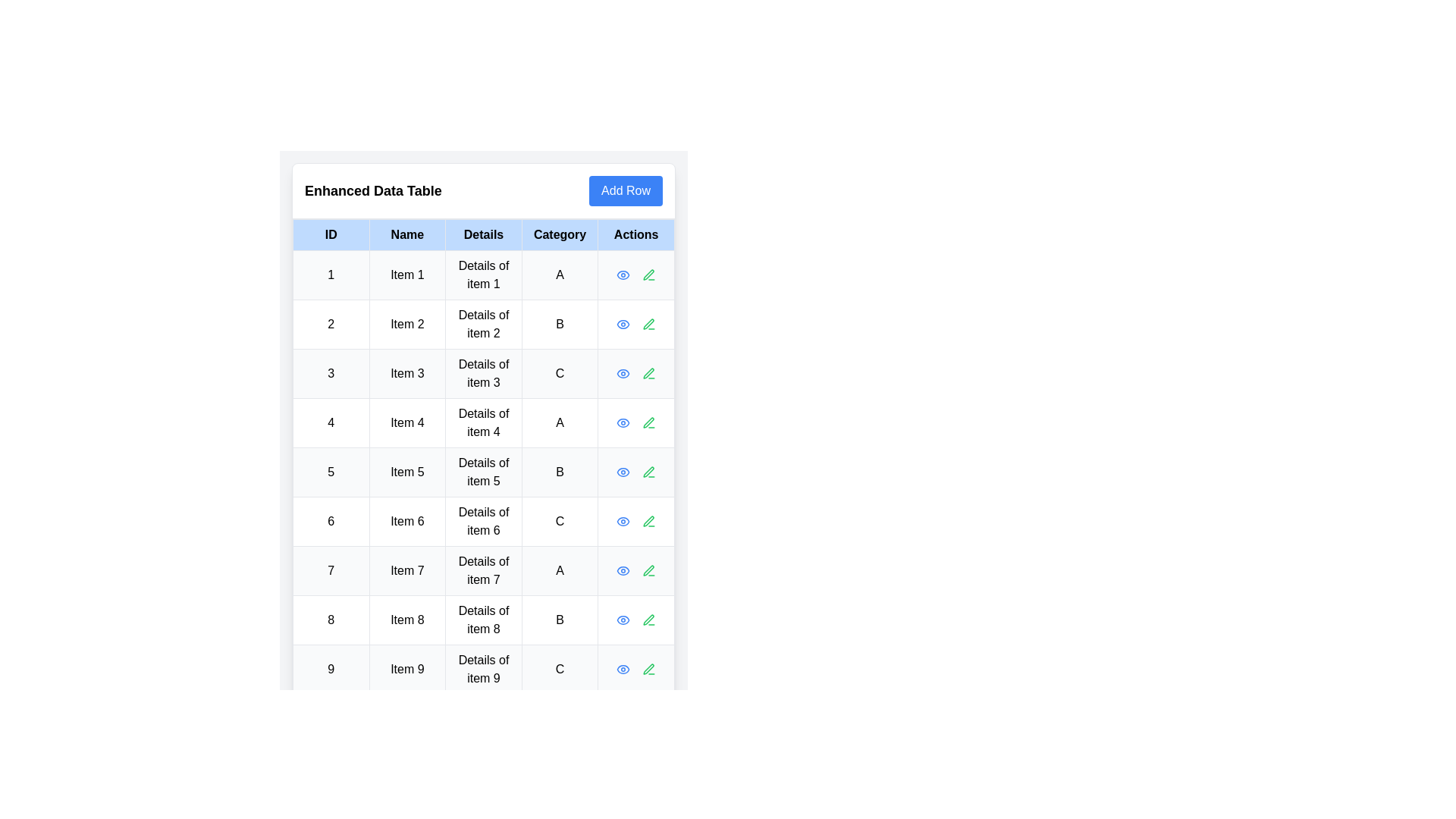  What do you see at coordinates (407, 620) in the screenshot?
I see `the Text display cell that displays 'Item 8' in the second column of the table layout` at bounding box center [407, 620].